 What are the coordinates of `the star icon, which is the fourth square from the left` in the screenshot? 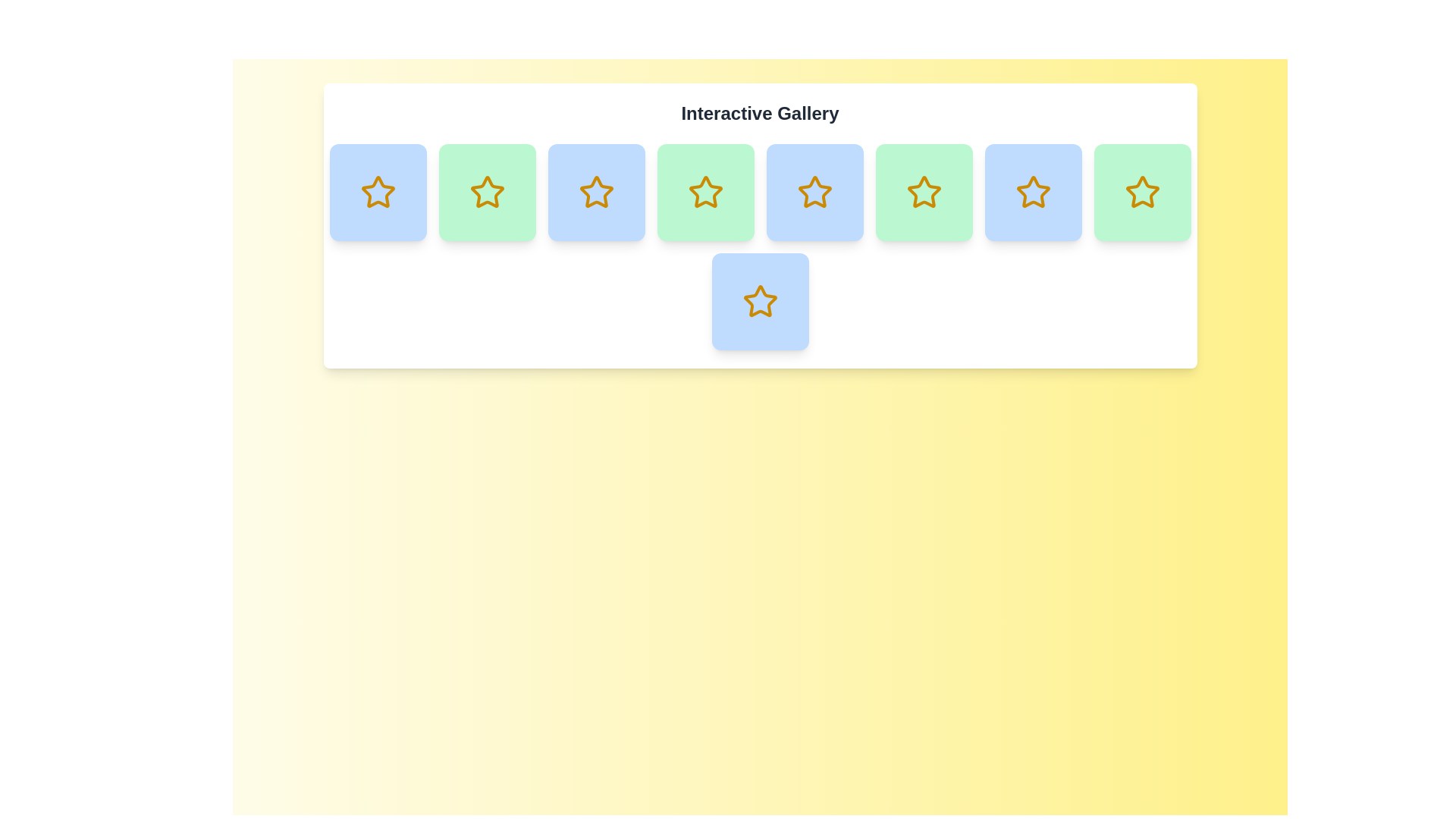 It's located at (923, 192).